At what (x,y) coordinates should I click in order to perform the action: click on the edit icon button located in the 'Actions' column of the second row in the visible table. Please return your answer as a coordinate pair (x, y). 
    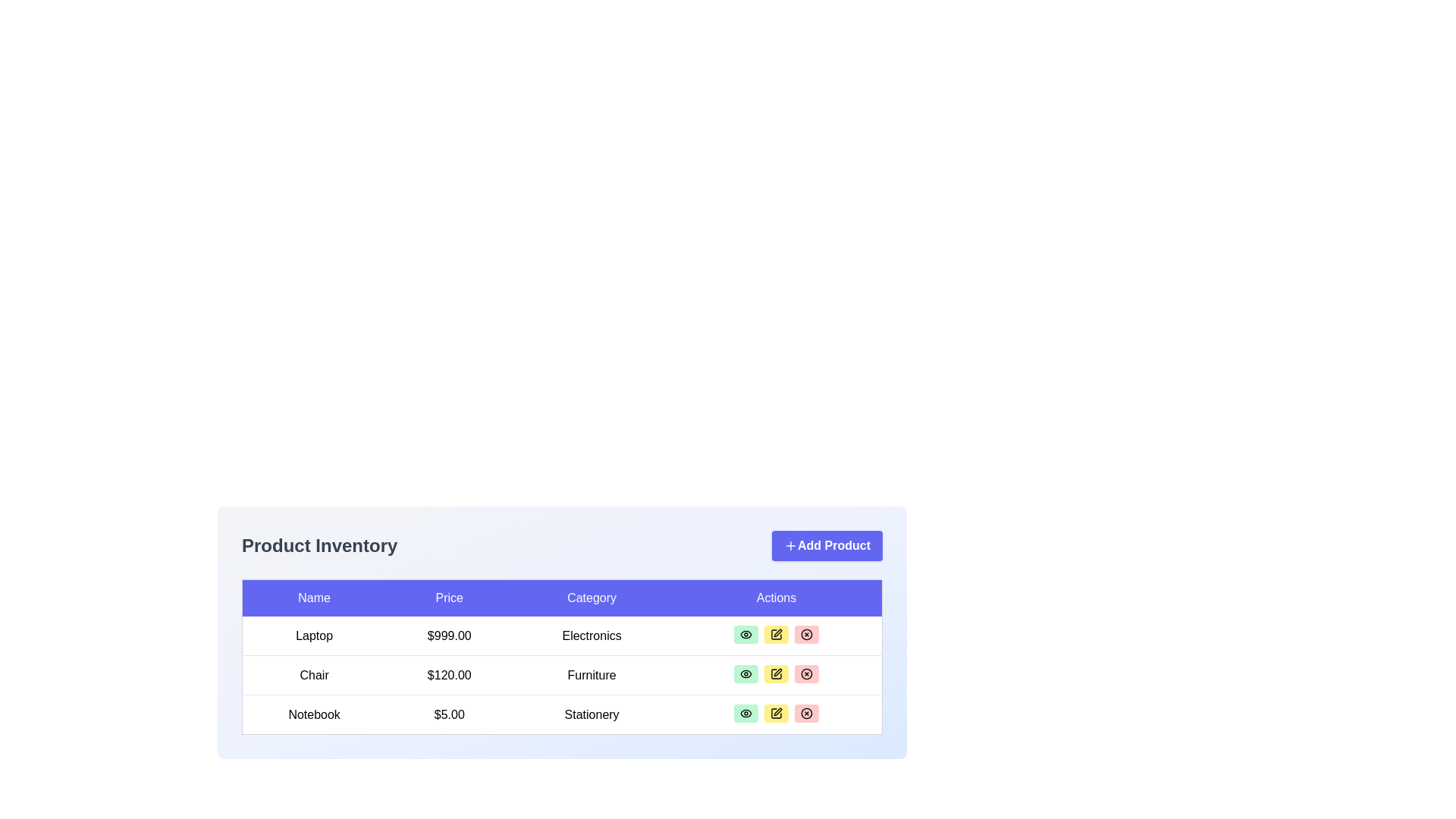
    Looking at the image, I should click on (776, 673).